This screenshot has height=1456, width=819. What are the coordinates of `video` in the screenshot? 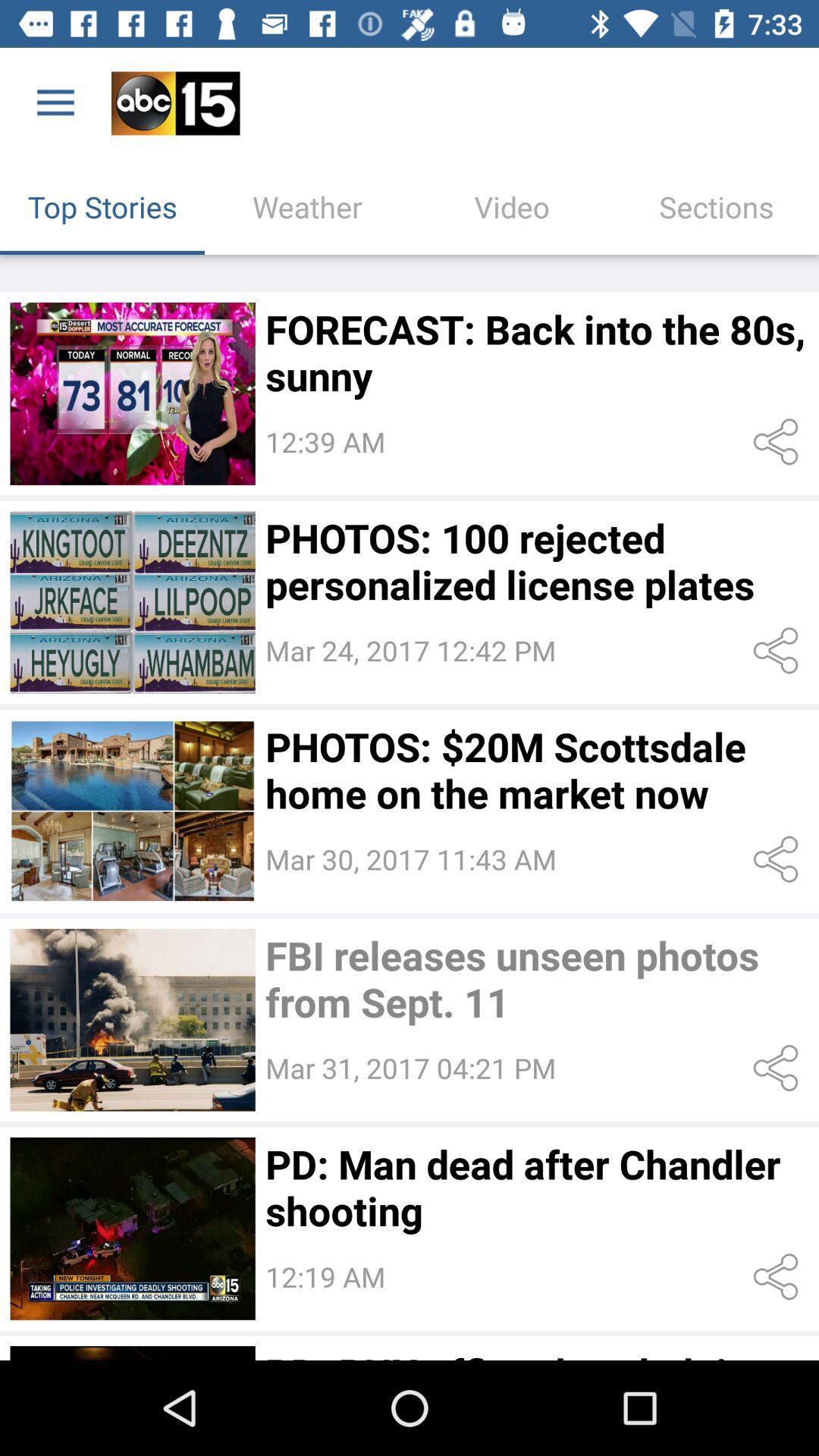 It's located at (132, 394).